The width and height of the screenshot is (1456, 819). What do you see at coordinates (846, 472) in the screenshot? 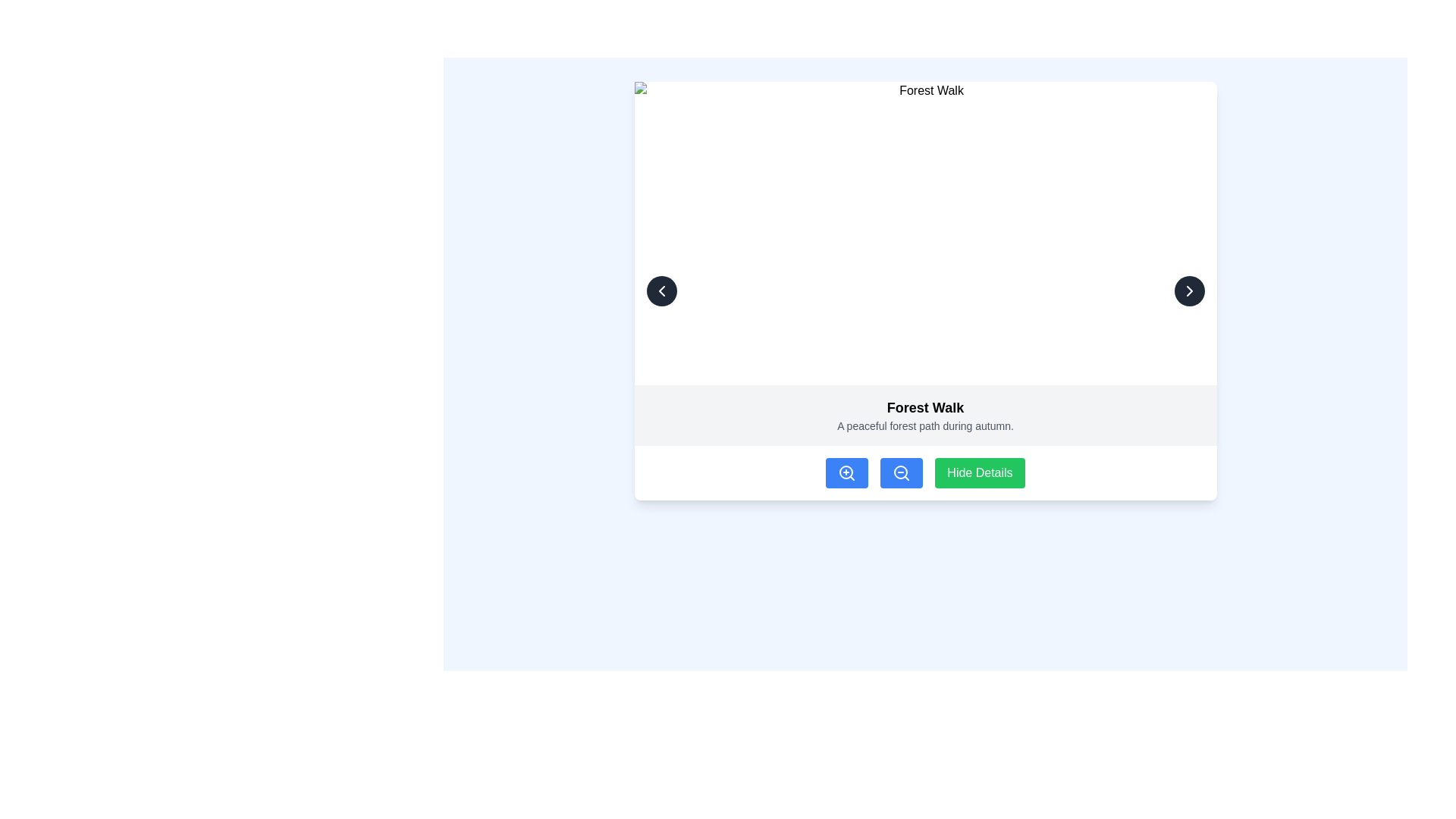
I see `the SVG Circle that represents the lens component of the zoom-in action icon located below the image and title section` at bounding box center [846, 472].